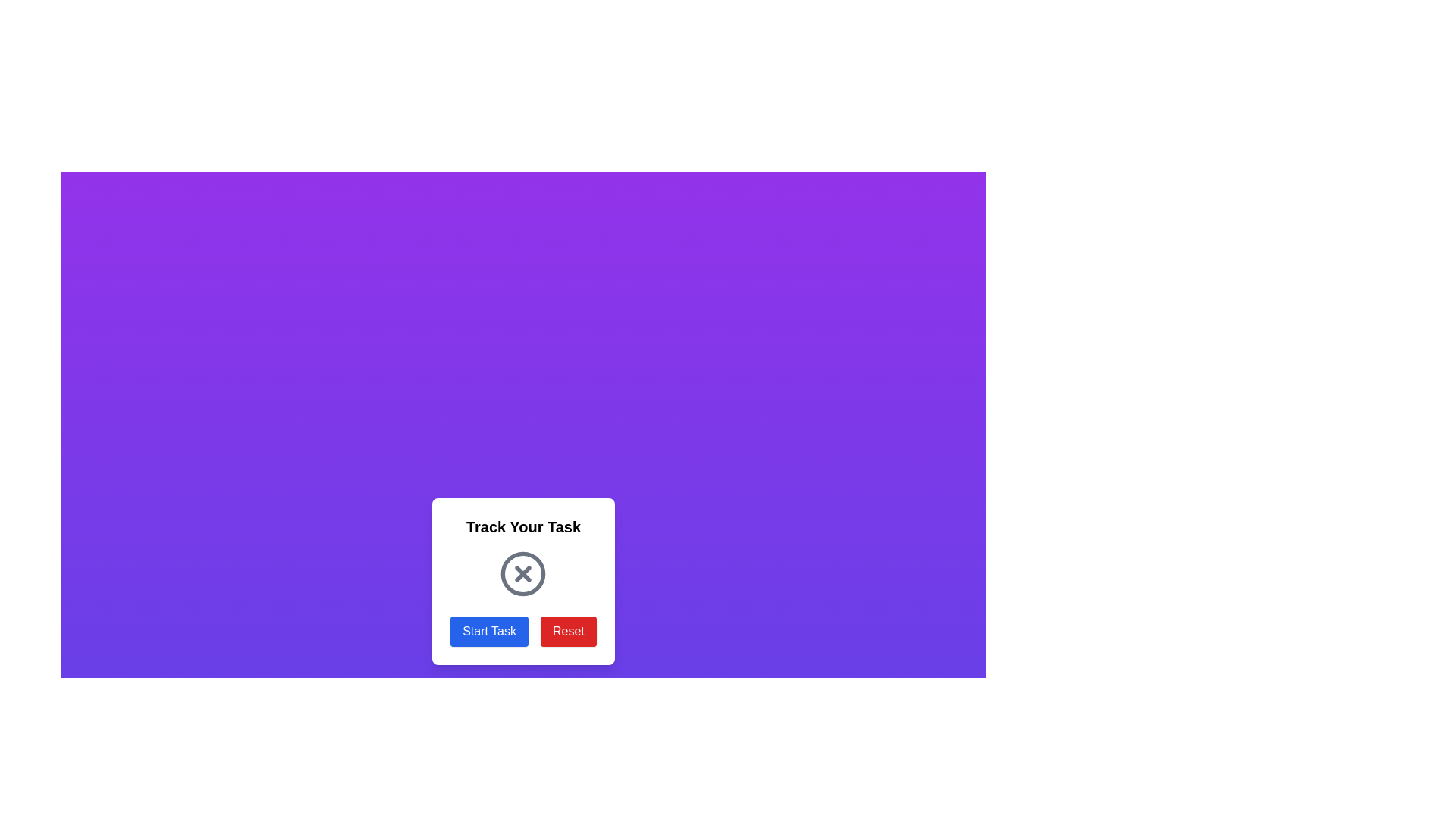 Image resolution: width=1456 pixels, height=819 pixels. Describe the element at coordinates (523, 573) in the screenshot. I see `the gray circular icon with an 'X' shape inside, which is centrally positioned above the 'Start Task' and 'Reset' buttons within a white card` at that location.